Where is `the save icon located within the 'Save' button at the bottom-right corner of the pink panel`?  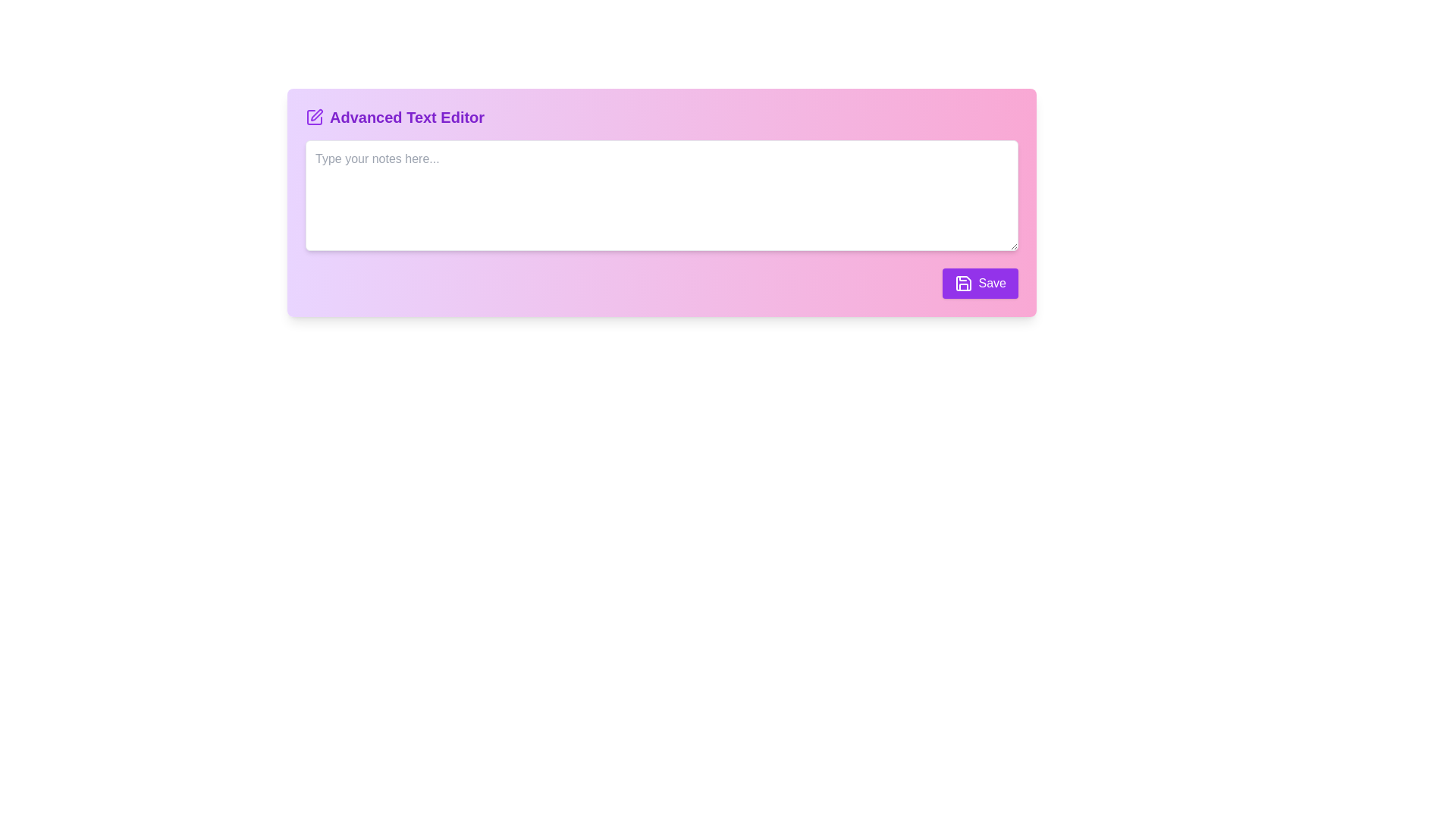
the save icon located within the 'Save' button at the bottom-right corner of the pink panel is located at coordinates (962, 284).